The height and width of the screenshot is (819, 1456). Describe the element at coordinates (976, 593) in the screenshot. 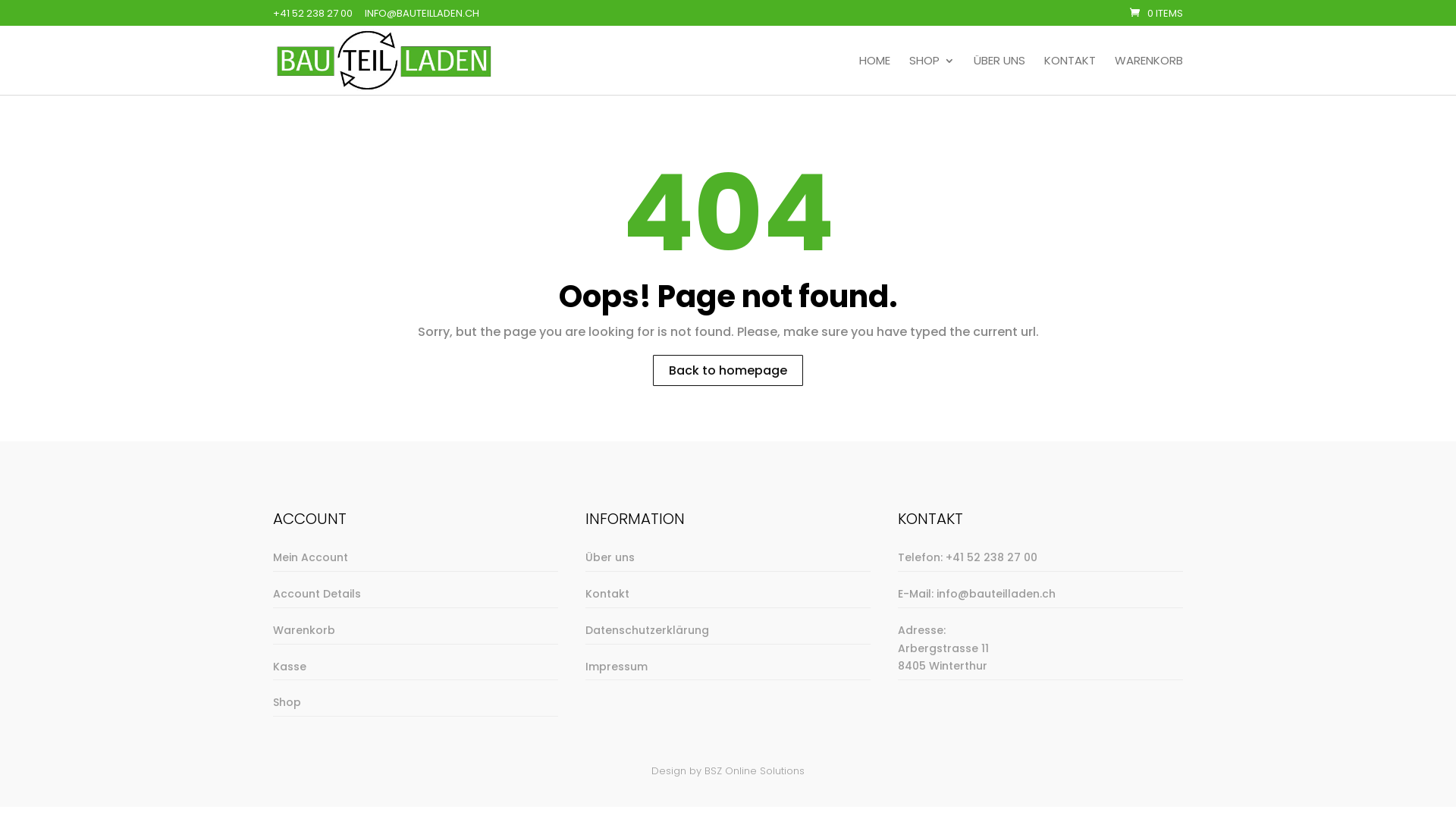

I see `'E-Mail: info@bauteilladen.ch'` at that location.